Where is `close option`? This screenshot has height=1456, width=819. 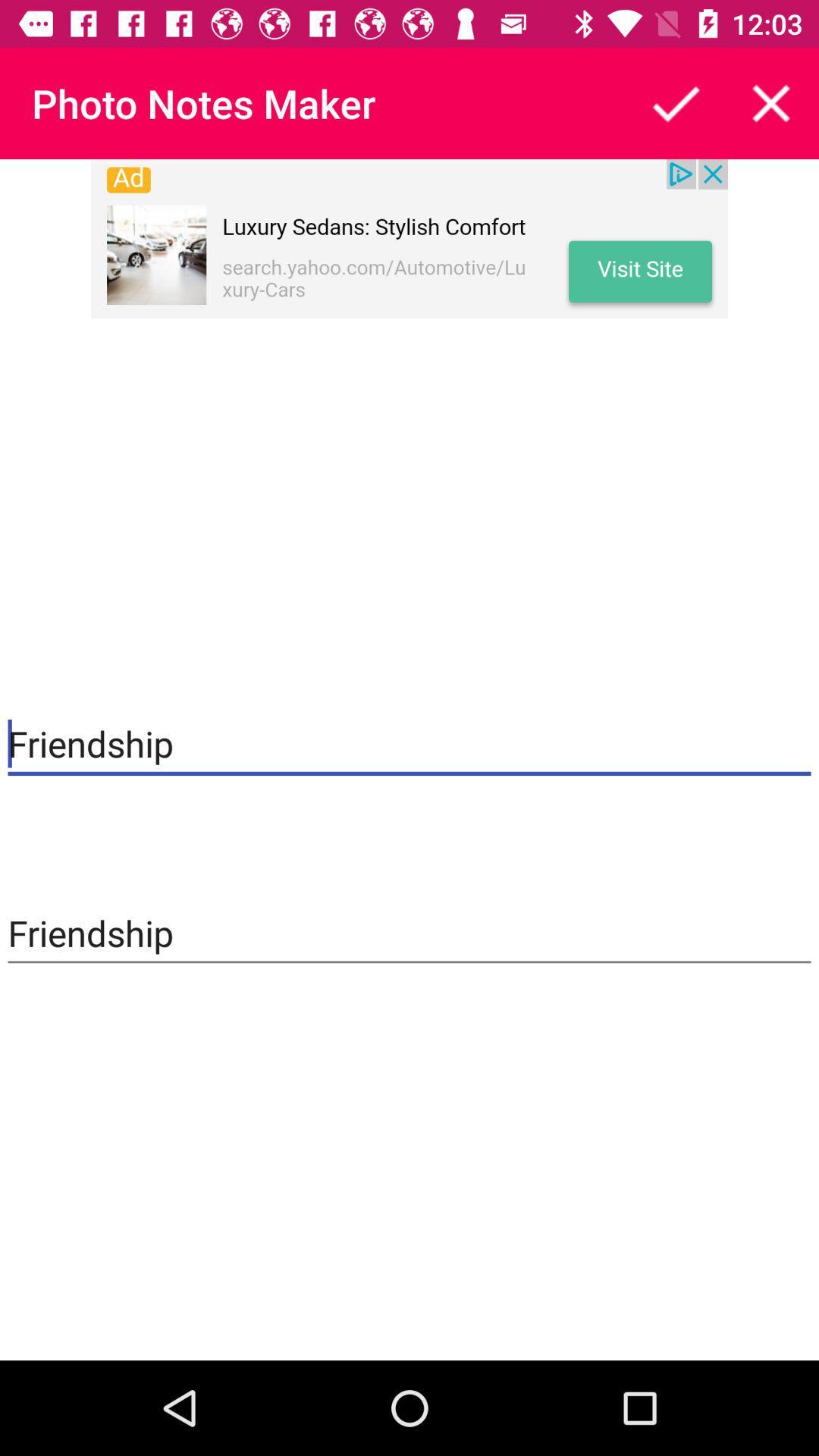 close option is located at coordinates (771, 102).